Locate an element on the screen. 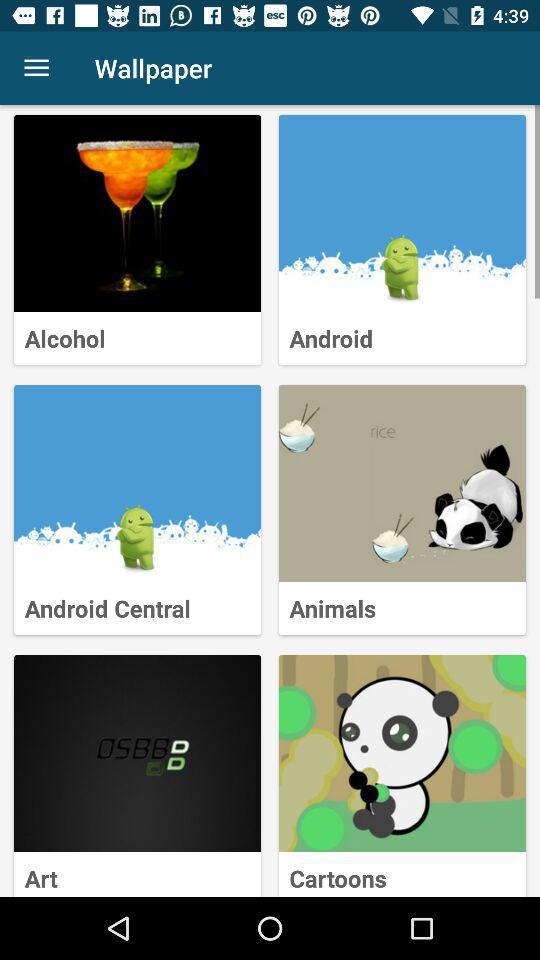 This screenshot has width=540, height=960. art wallpaper collection is located at coordinates (136, 752).